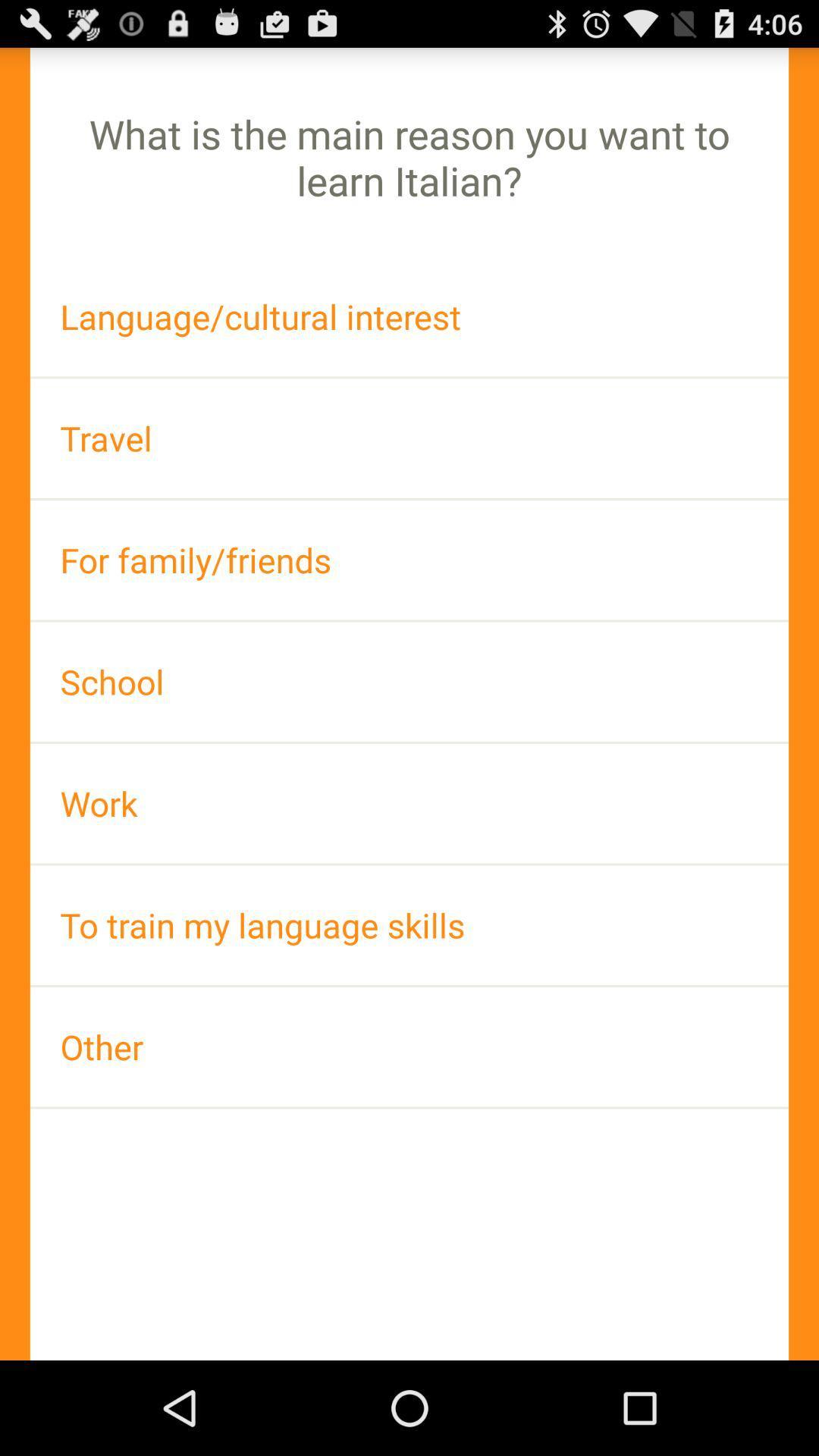  Describe the element at coordinates (409, 1046) in the screenshot. I see `the other` at that location.